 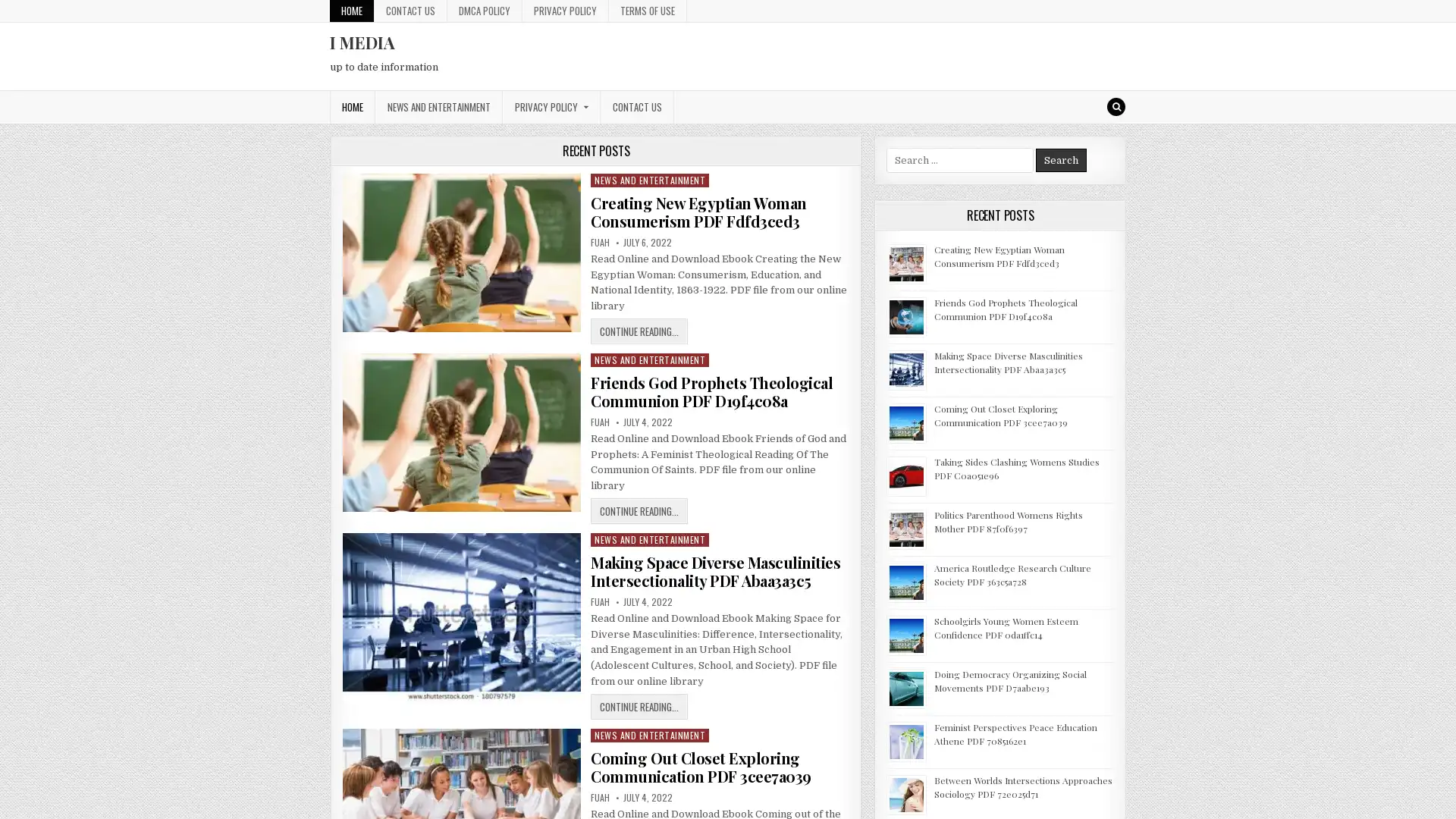 What do you see at coordinates (1060, 160) in the screenshot?
I see `Search` at bounding box center [1060, 160].